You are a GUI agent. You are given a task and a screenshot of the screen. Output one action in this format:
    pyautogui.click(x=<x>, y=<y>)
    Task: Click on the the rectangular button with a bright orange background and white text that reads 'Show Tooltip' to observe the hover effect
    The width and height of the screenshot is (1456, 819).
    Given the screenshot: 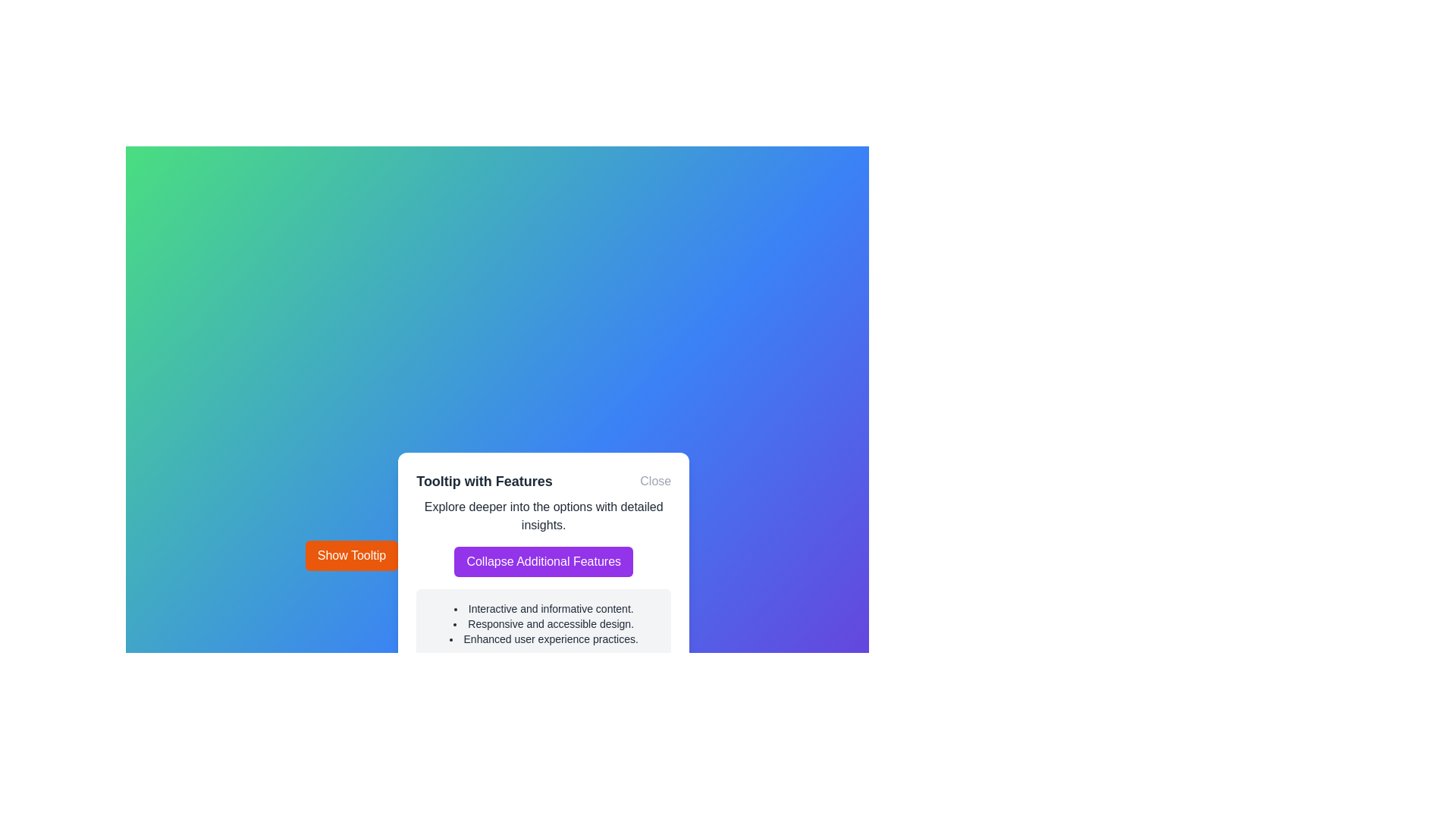 What is the action you would take?
    pyautogui.click(x=351, y=555)
    